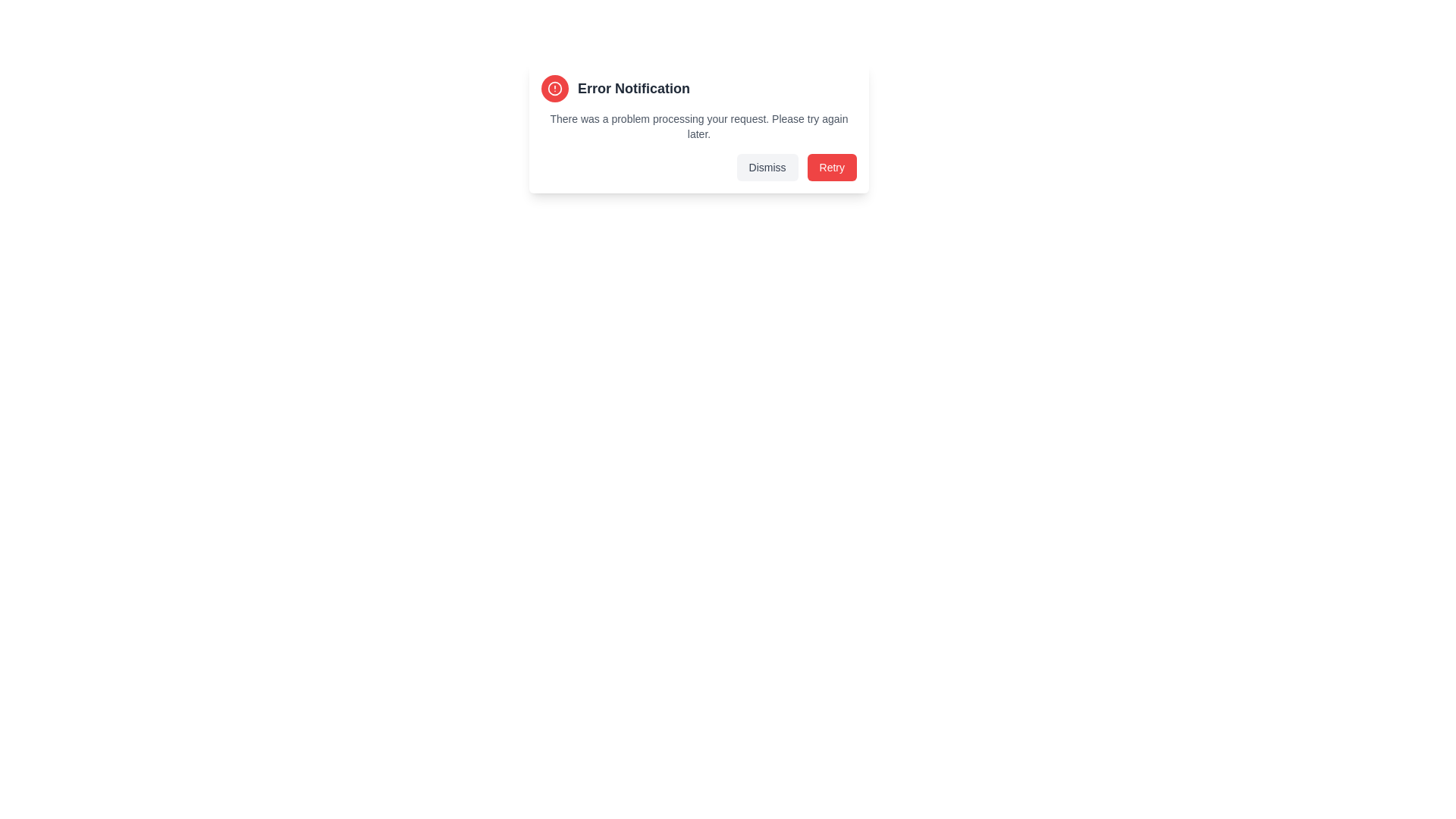 This screenshot has height=819, width=1456. I want to click on the 'Dismiss' button to close the notification, so click(767, 167).